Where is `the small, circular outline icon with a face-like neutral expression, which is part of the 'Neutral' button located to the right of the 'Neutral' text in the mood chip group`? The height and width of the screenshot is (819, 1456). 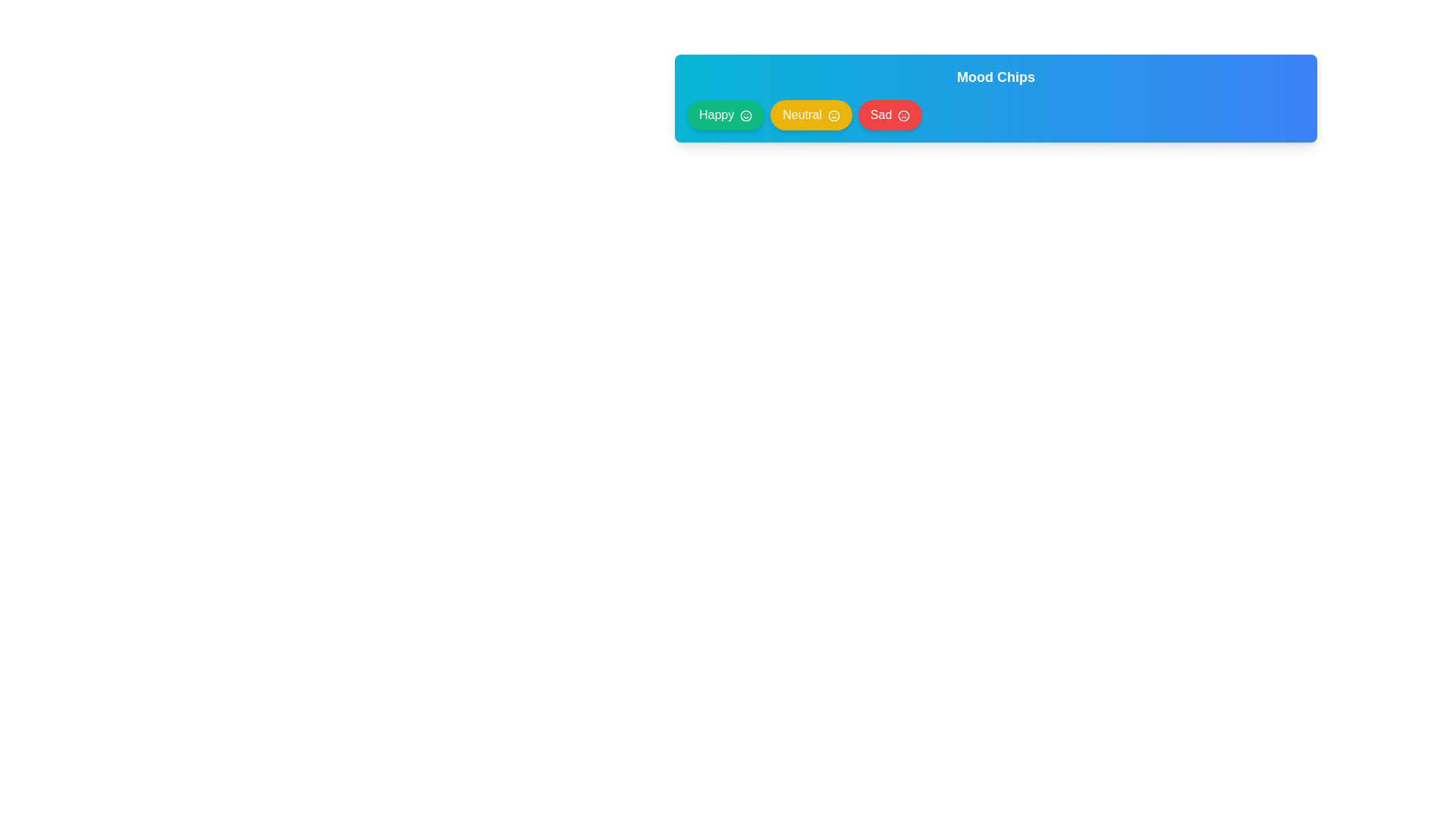
the small, circular outline icon with a face-like neutral expression, which is part of the 'Neutral' button located to the right of the 'Neutral' text in the mood chip group is located at coordinates (833, 115).